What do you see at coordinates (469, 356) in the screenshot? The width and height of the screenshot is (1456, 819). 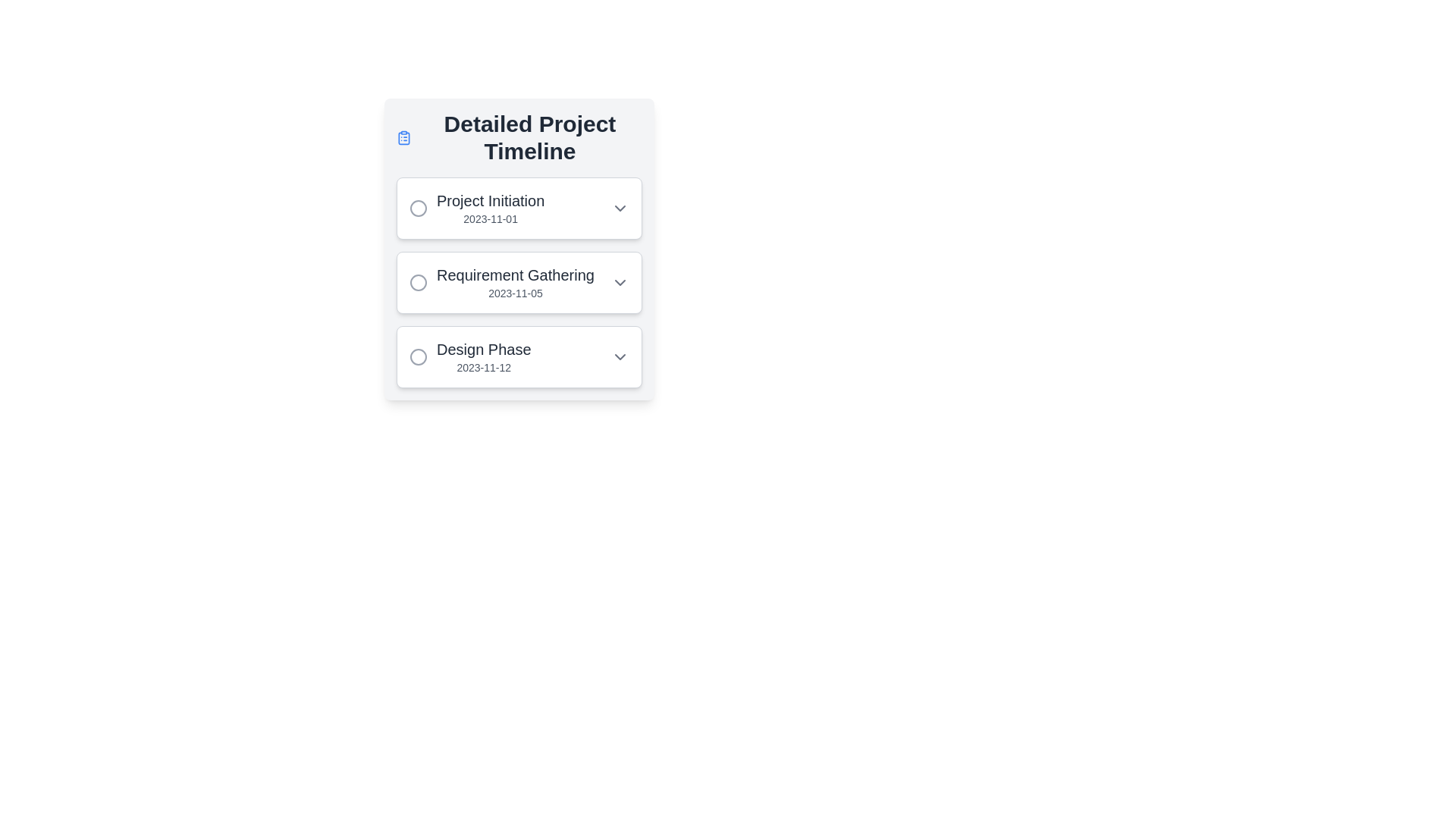 I see `the 'Design Phase' list item` at bounding box center [469, 356].